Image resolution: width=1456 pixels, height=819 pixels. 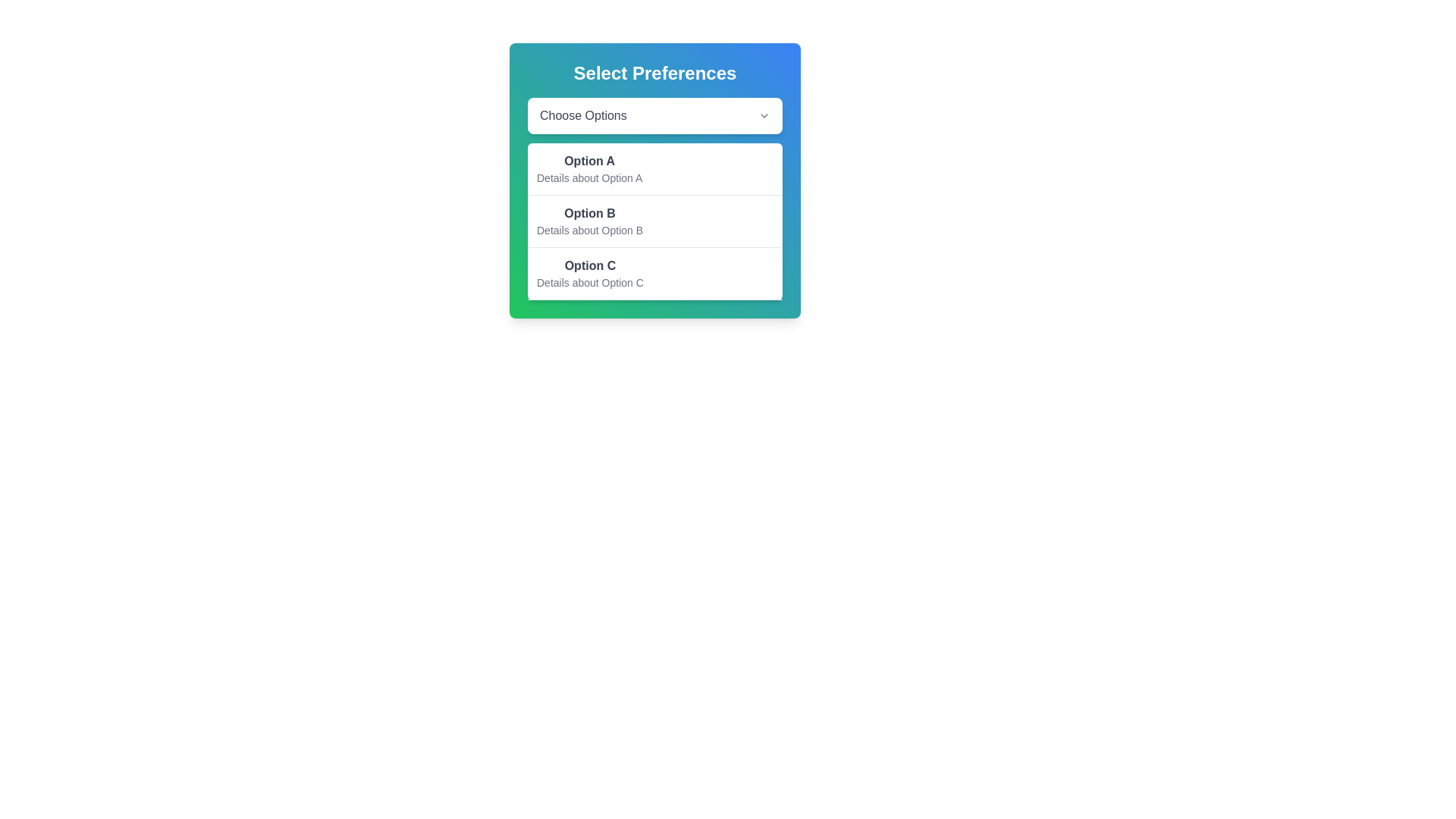 I want to click on the text label 'Details about Option A', which is styled in gray and positioned directly below the bolded label 'Option A' in the drop-down menu under 'Select Preferences', so click(x=588, y=177).